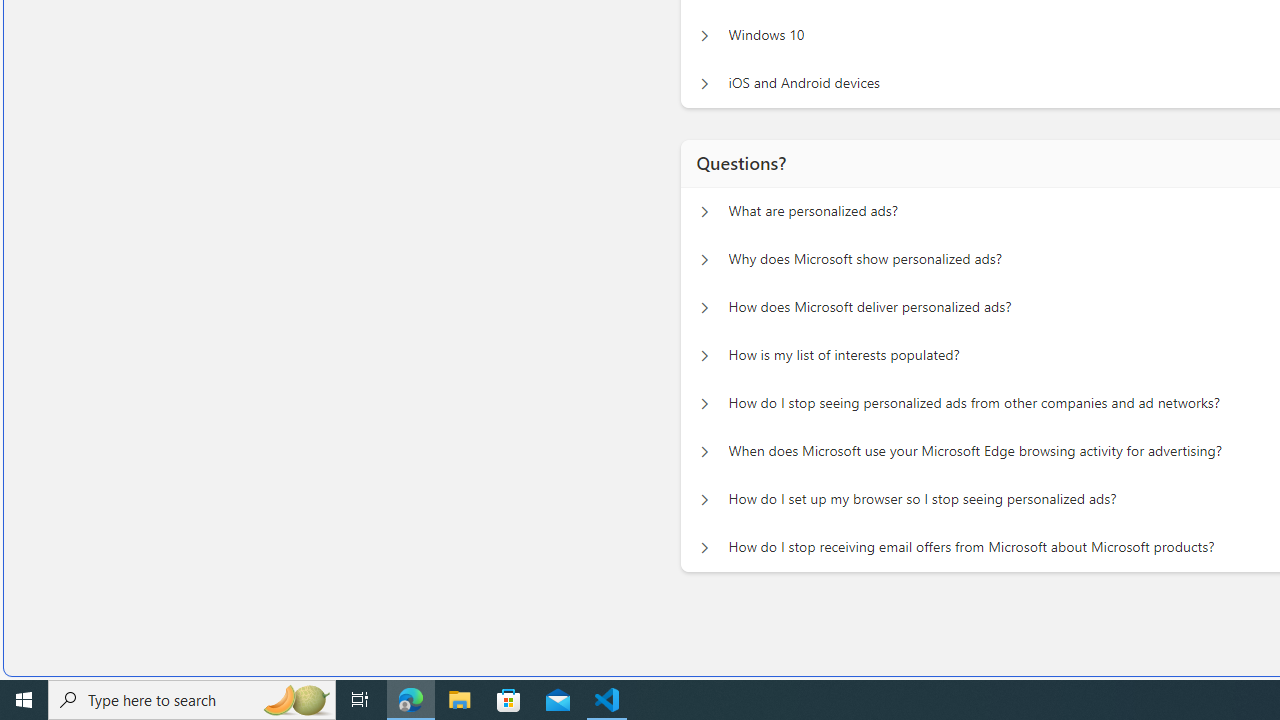 The height and width of the screenshot is (720, 1280). I want to click on 'Questions? How does Microsoft deliver personalized ads?', so click(704, 303).